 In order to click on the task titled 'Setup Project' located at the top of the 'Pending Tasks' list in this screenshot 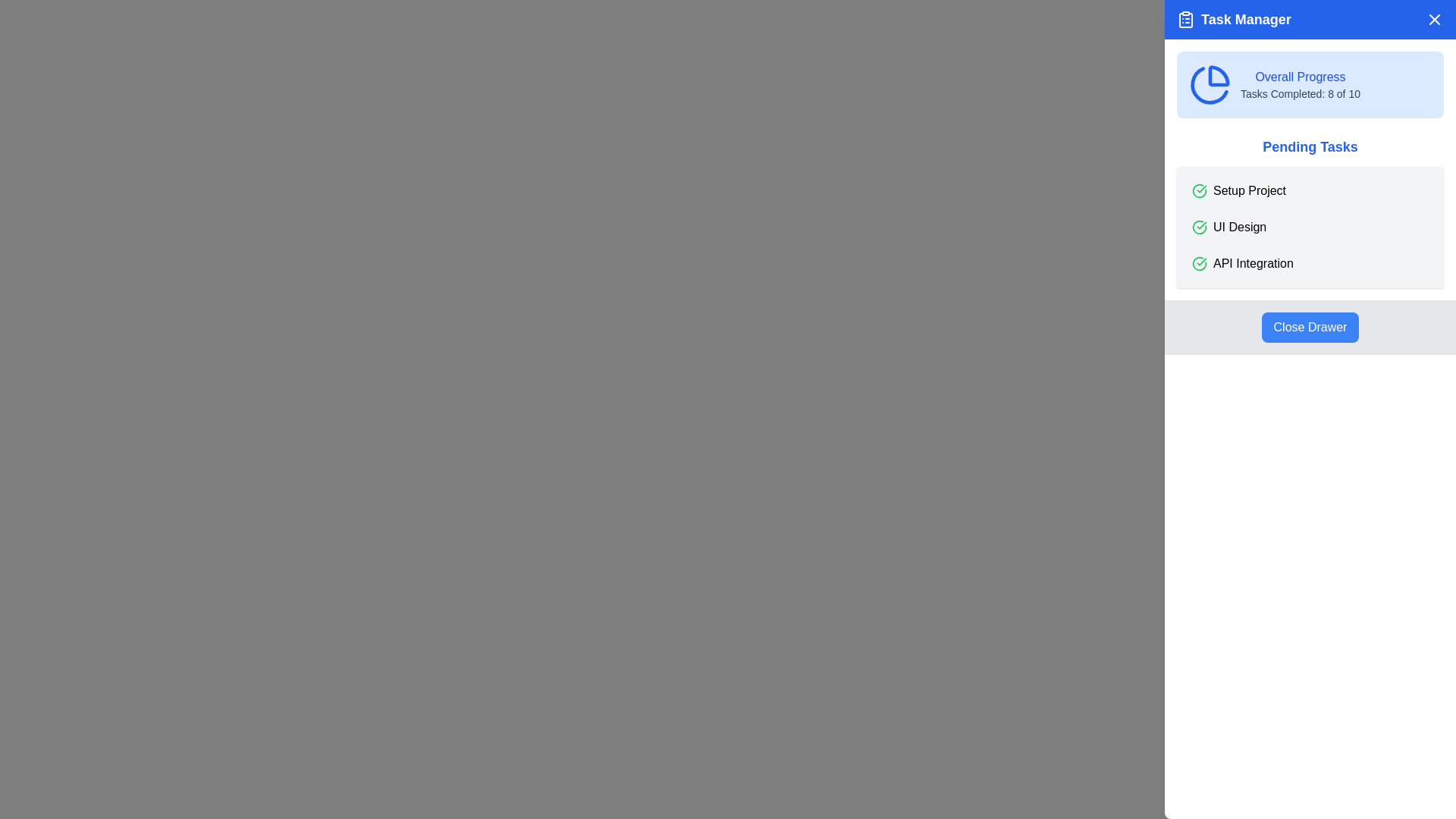, I will do `click(1310, 190)`.